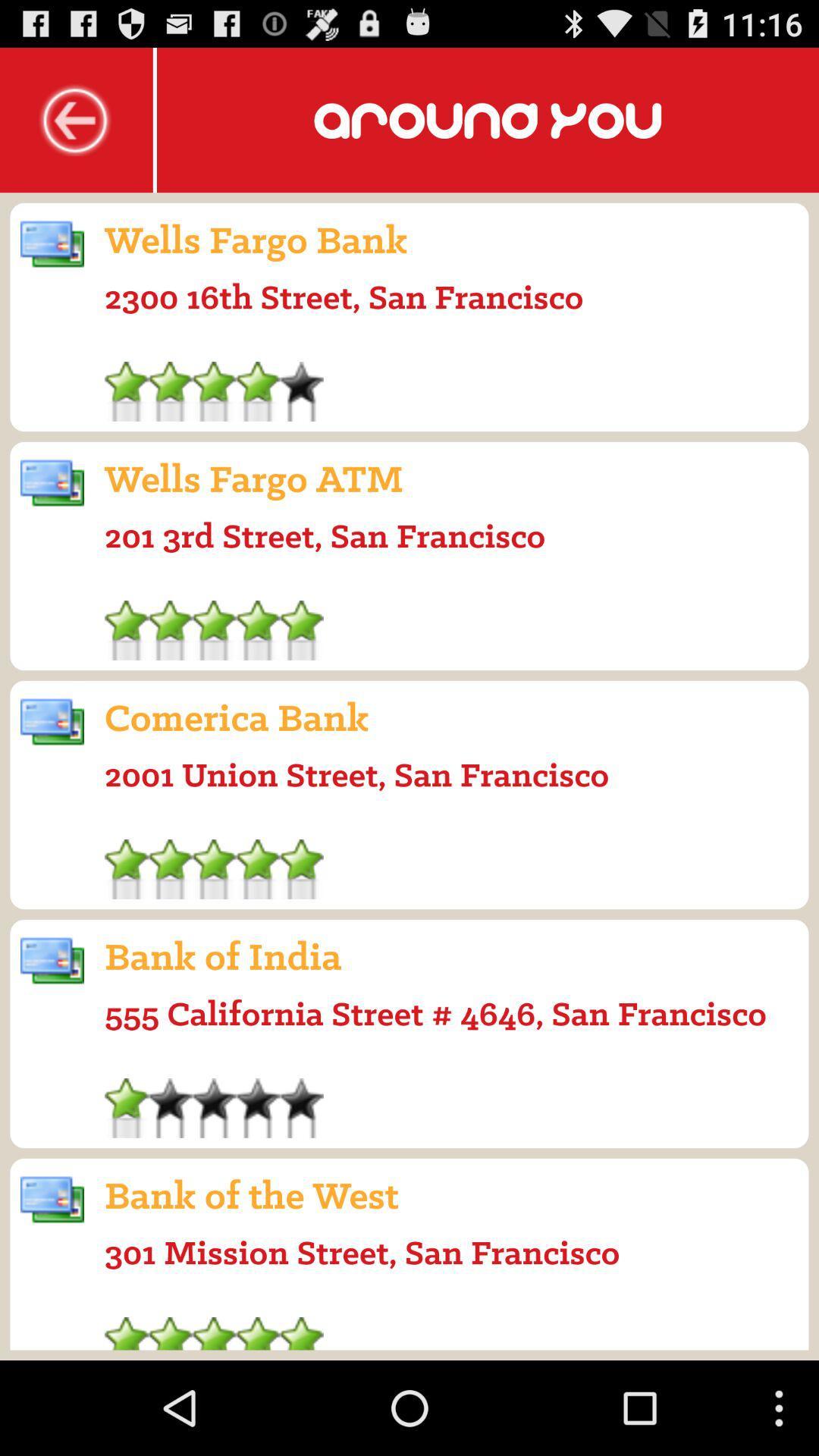 The width and height of the screenshot is (819, 1456). I want to click on the app below the wells fargo bank, so click(344, 297).